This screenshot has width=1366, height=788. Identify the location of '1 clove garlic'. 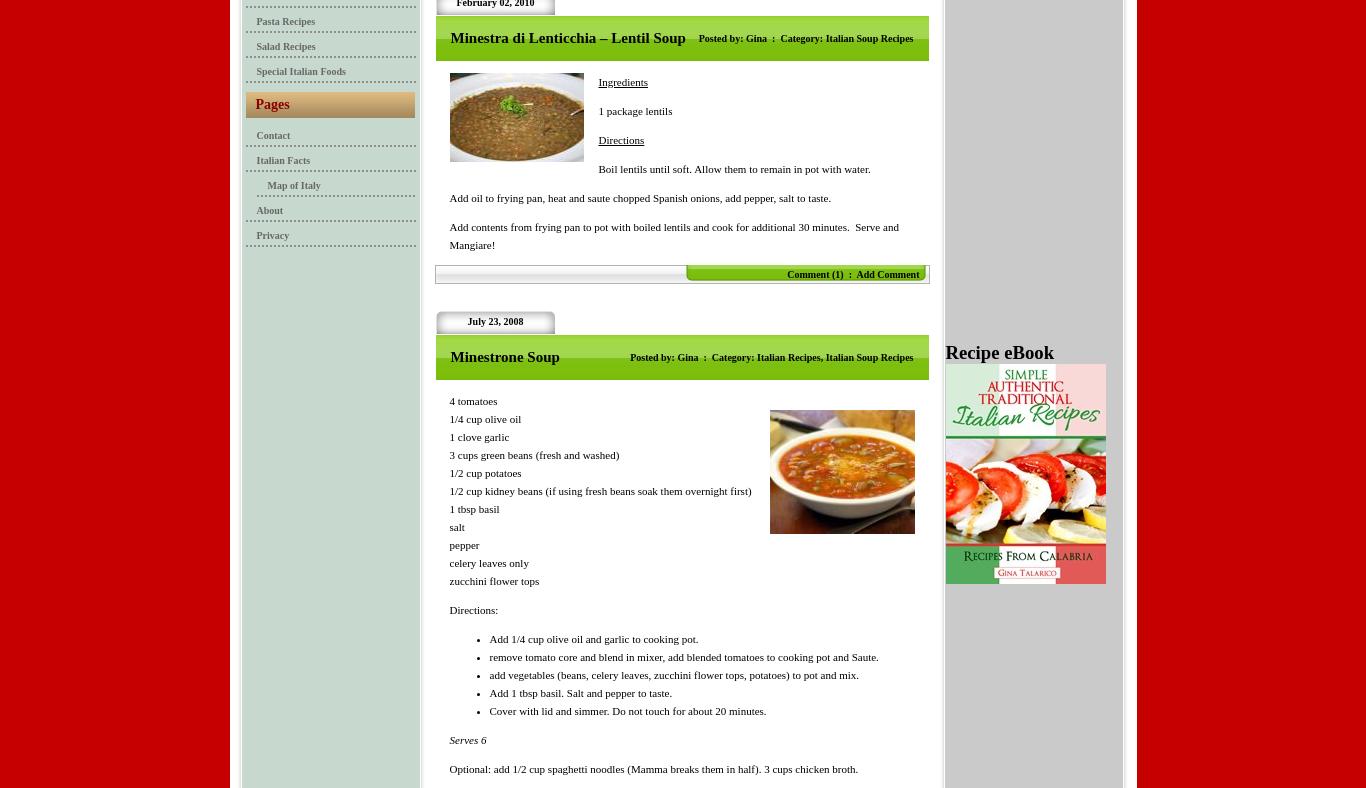
(479, 436).